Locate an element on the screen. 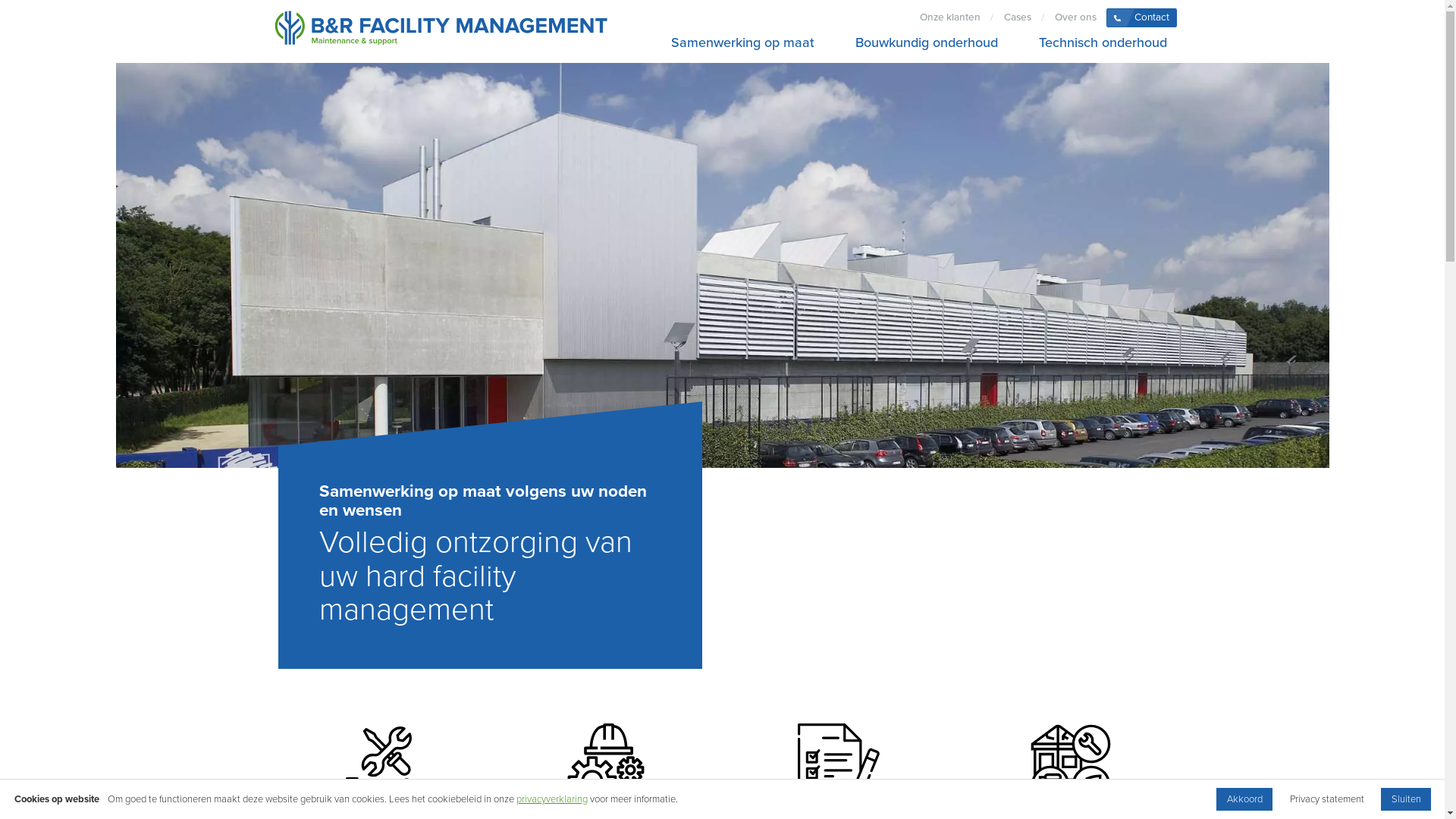  'Akkoord' is located at coordinates (1216, 798).